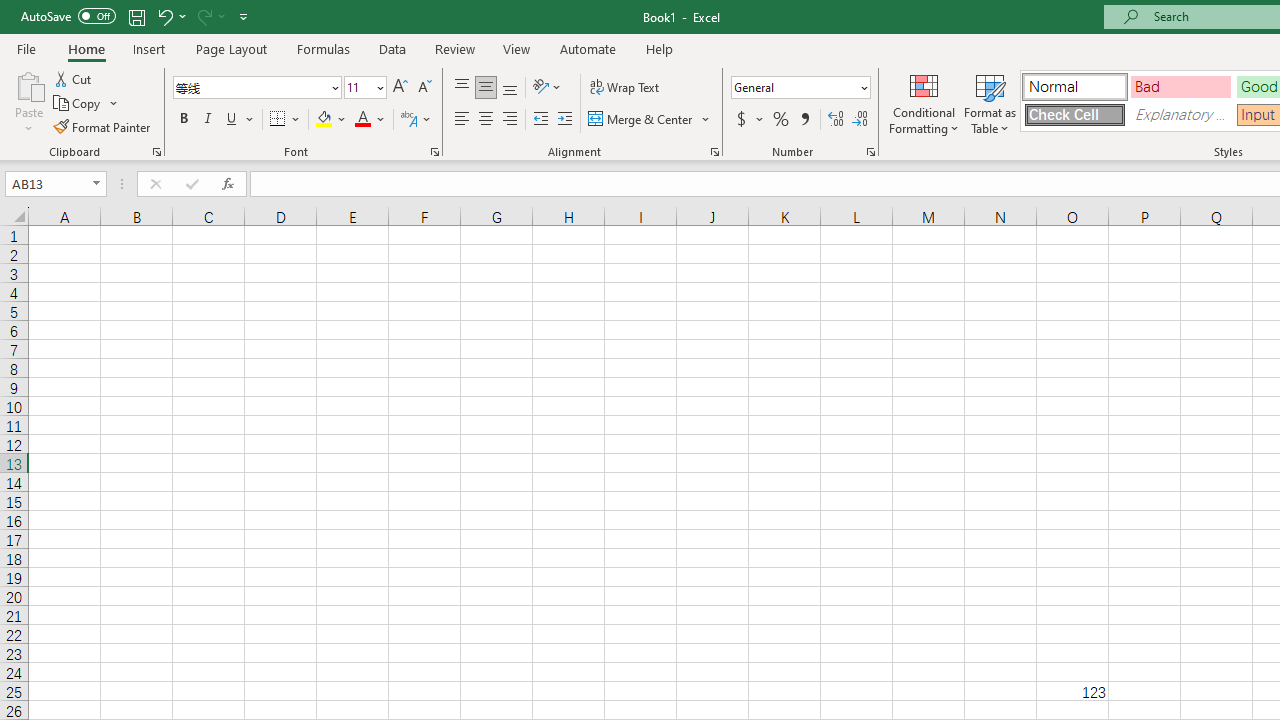 This screenshot has height=720, width=1280. Describe the element at coordinates (740, 119) in the screenshot. I see `'Accounting Number Format'` at that location.